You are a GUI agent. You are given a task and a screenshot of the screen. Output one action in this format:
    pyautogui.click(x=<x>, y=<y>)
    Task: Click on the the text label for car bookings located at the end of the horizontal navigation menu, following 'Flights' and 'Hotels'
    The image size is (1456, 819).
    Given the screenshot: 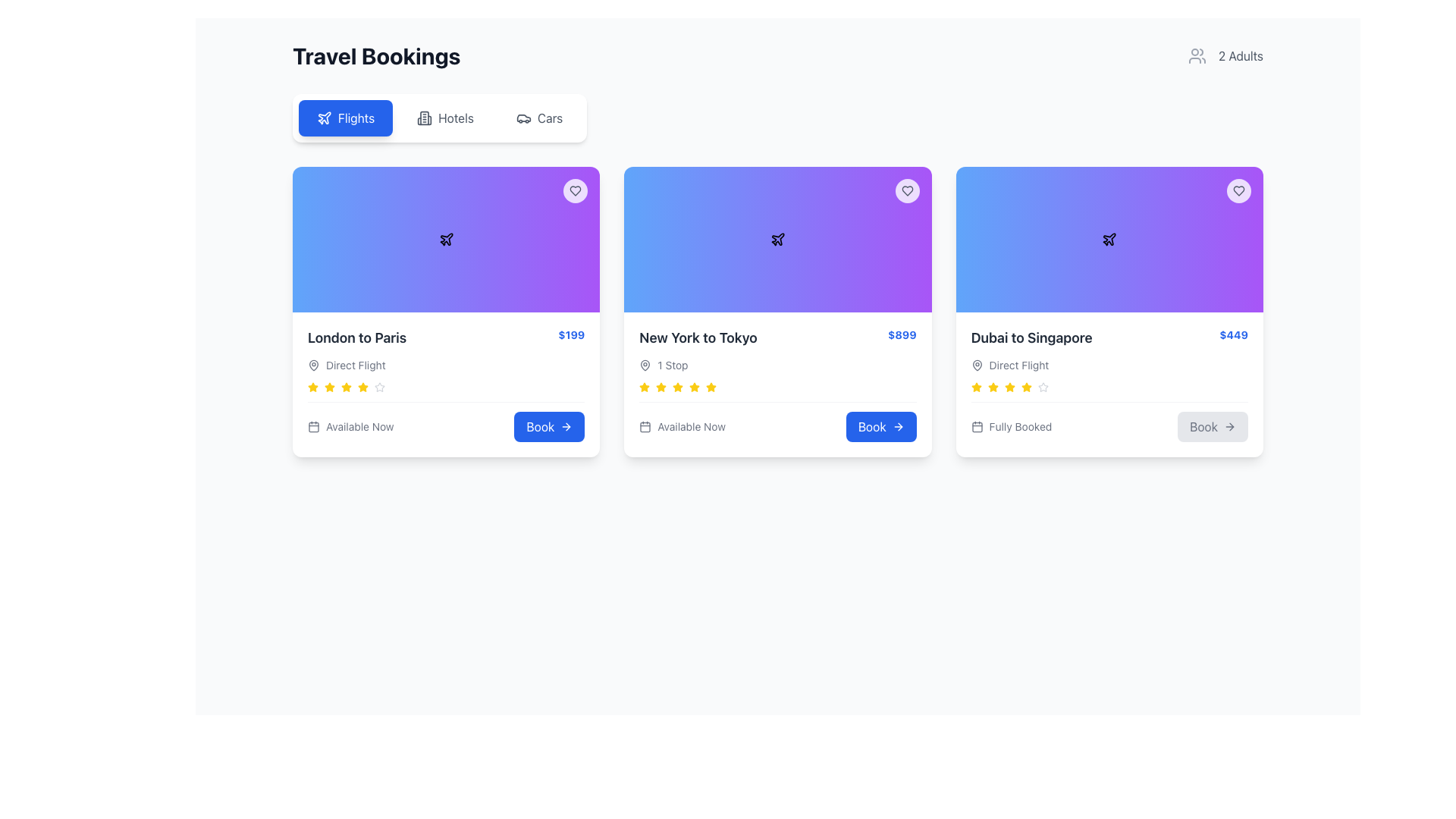 What is the action you would take?
    pyautogui.click(x=549, y=117)
    